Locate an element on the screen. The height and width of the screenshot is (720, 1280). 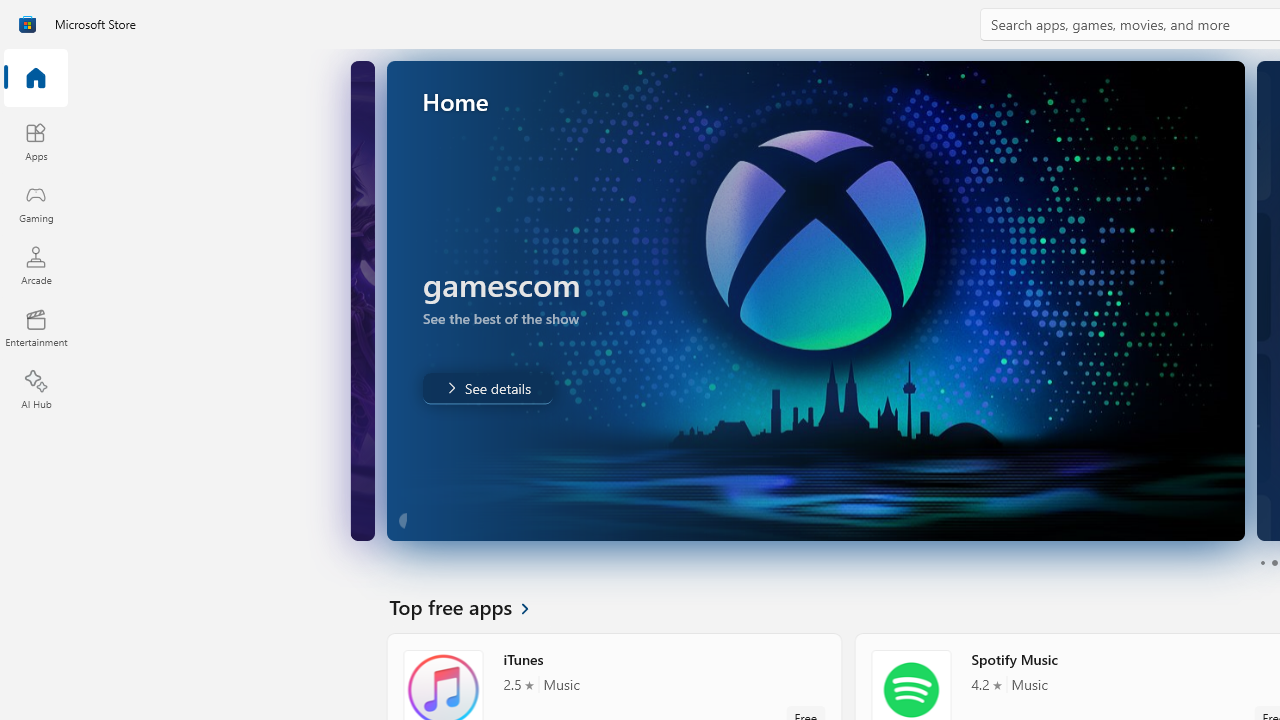
'Gaming' is located at coordinates (35, 203).